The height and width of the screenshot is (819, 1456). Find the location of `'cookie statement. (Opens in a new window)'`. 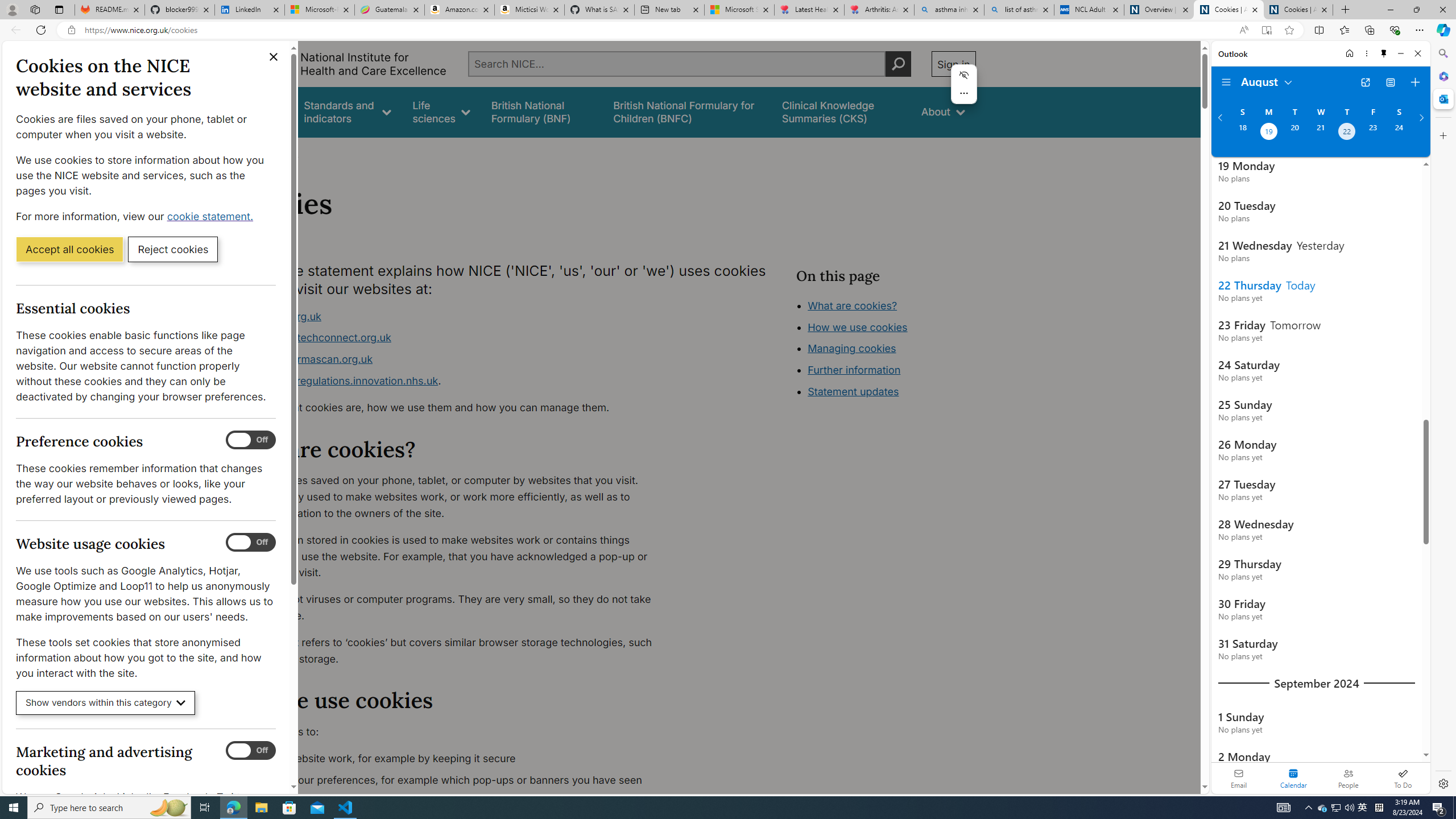

'cookie statement. (Opens in a new window)' is located at coordinates (211, 216).